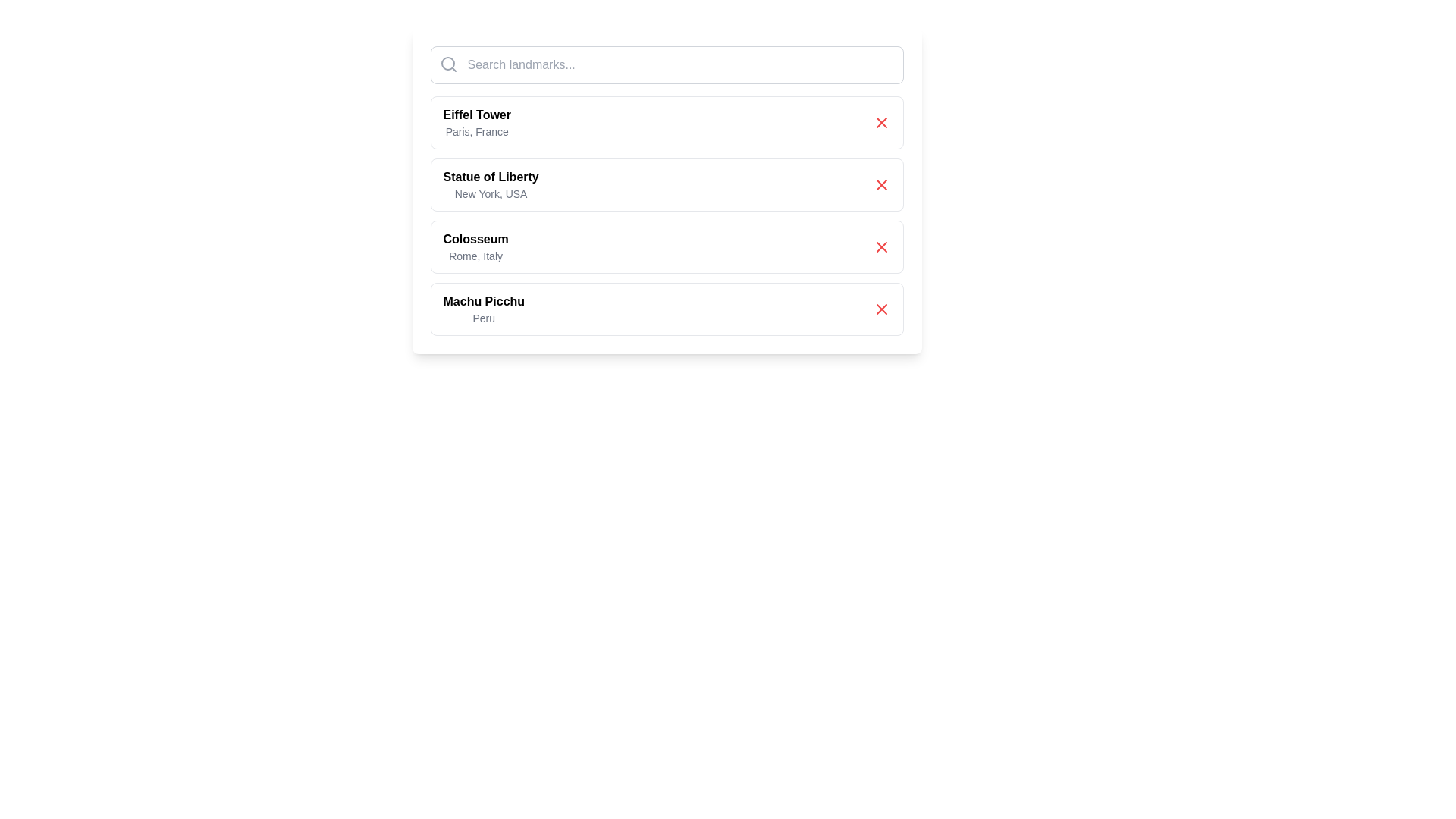  I want to click on the red cross-shaped icon located at the right end of the row labeled 'Statue of Liberty, New York, USA', so click(881, 184).